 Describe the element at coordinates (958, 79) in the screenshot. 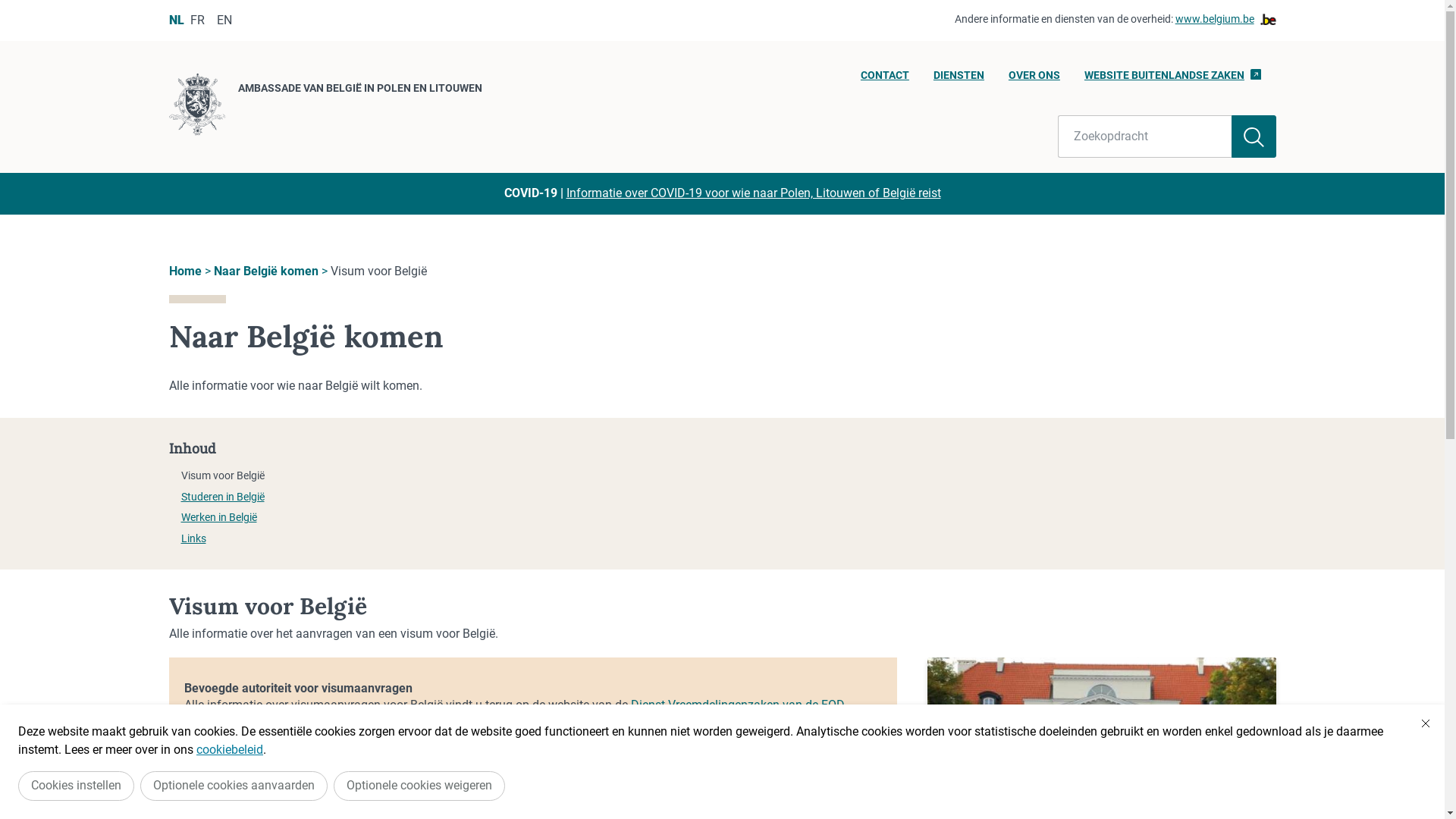

I see `'DIENSTEN'` at that location.